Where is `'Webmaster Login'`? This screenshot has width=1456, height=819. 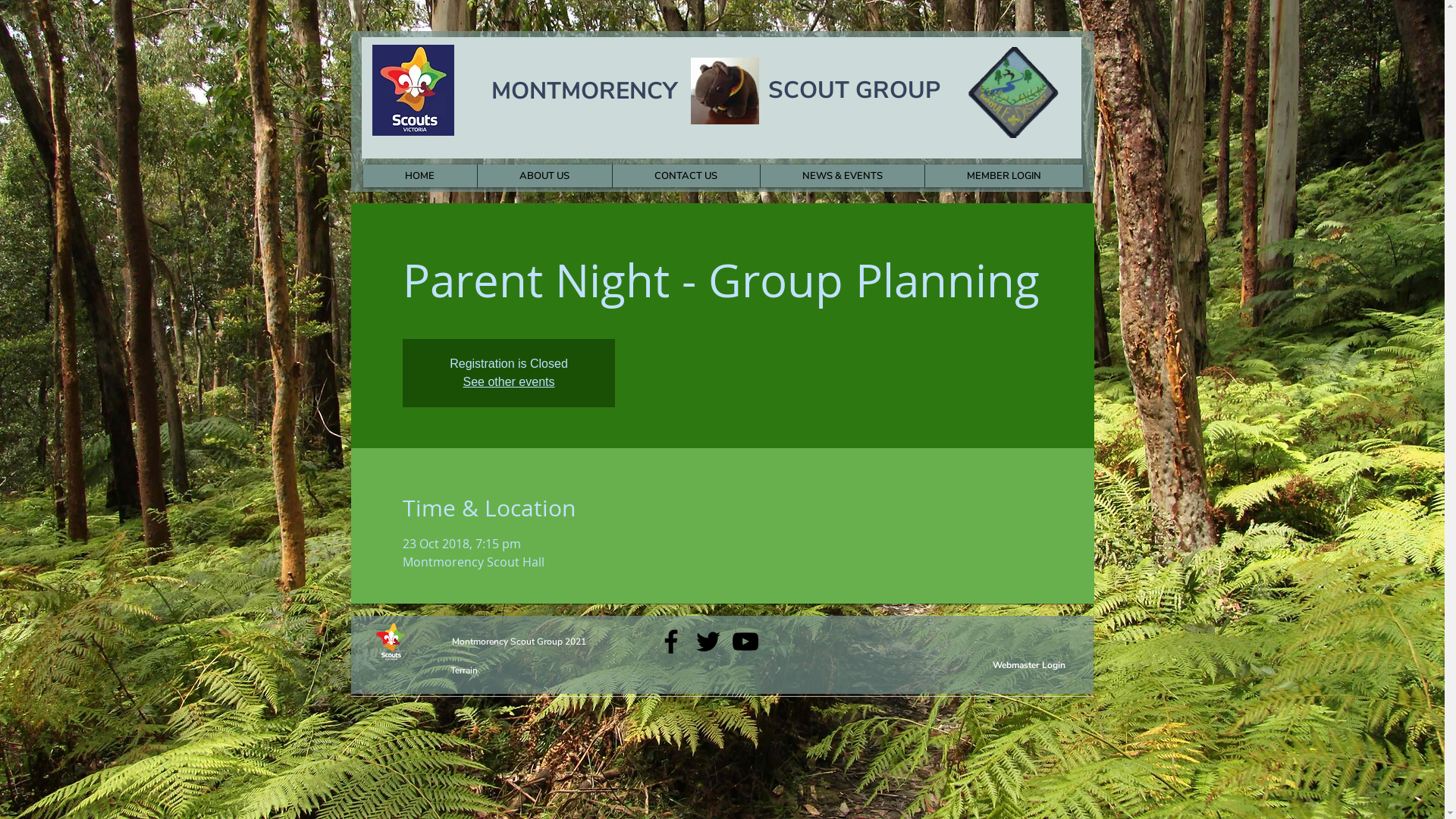
'Webmaster Login' is located at coordinates (1028, 664).